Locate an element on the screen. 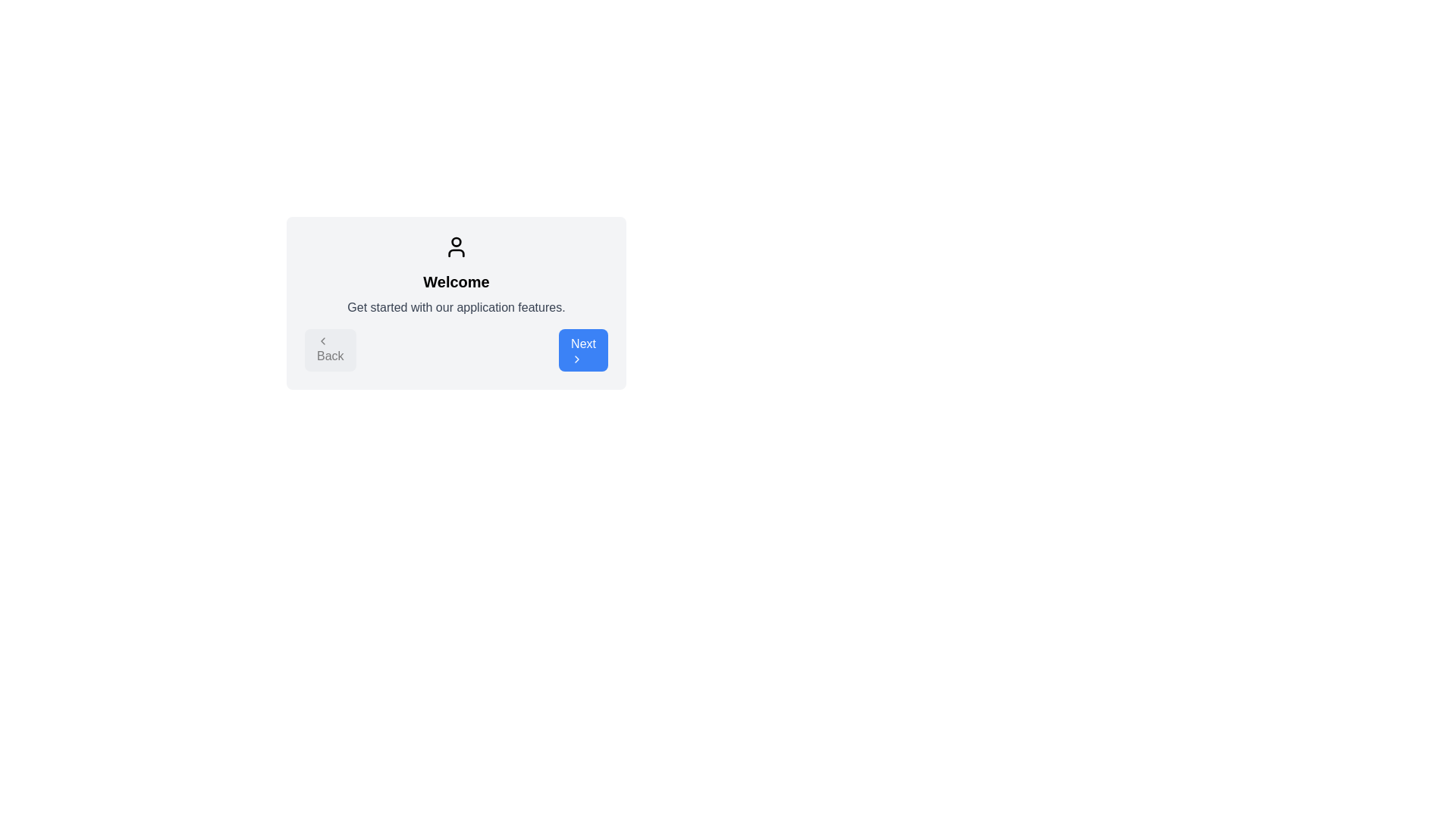 This screenshot has height=819, width=1456. the 'Next' button which contains the visual indicator icon positioned at the right end of the button is located at coordinates (576, 359).